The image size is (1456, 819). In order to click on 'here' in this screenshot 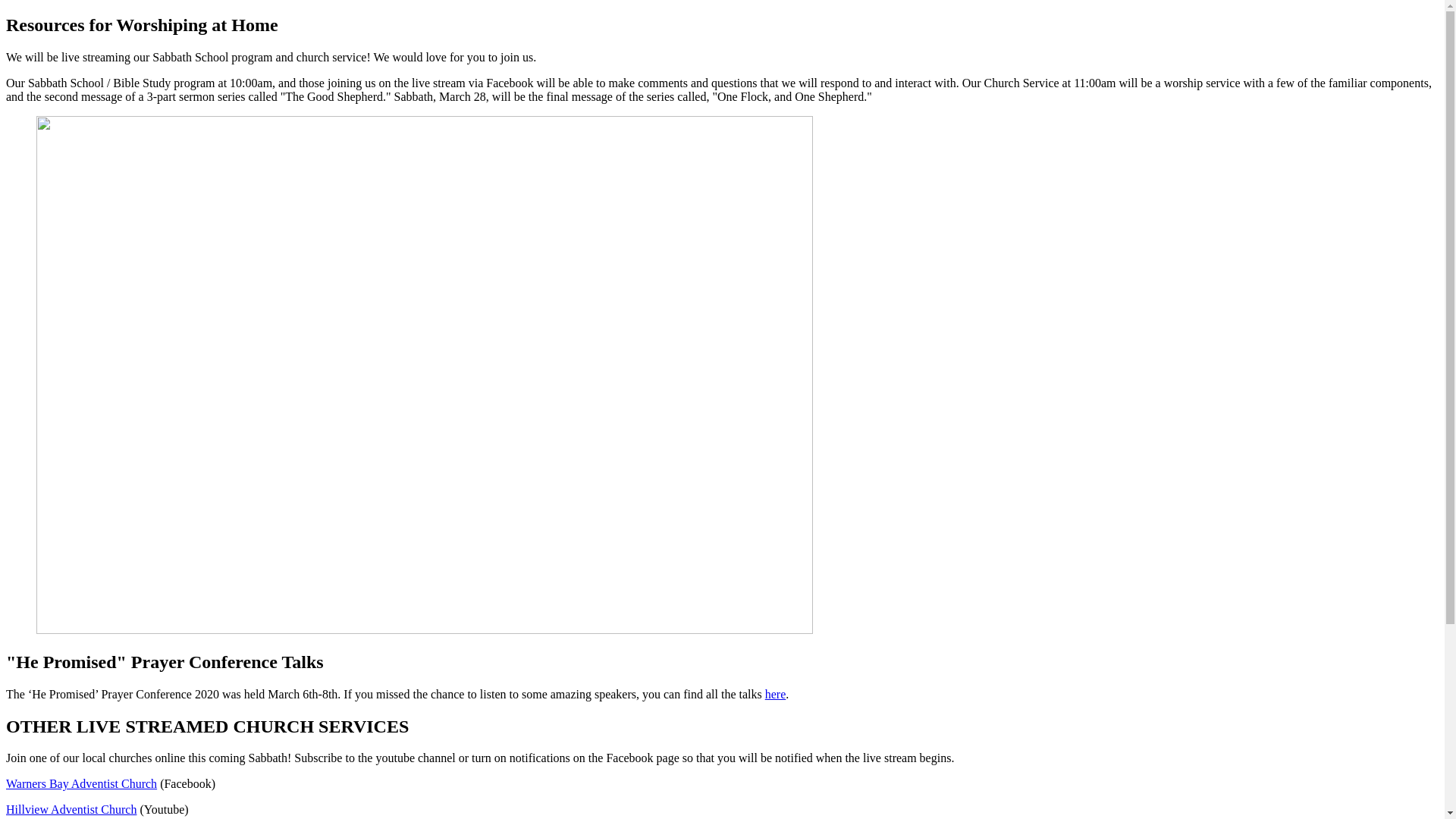, I will do `click(775, 694)`.